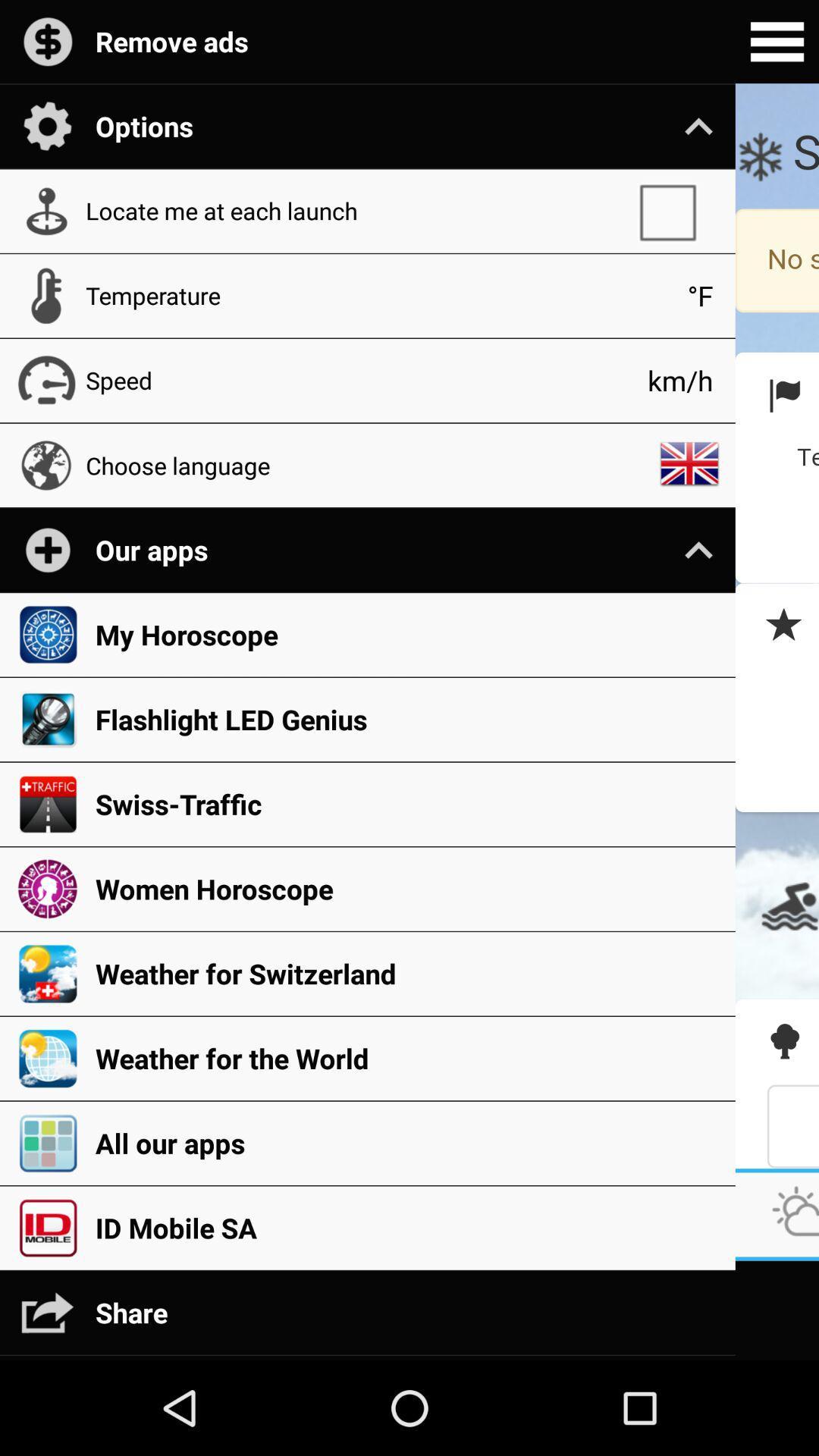  Describe the element at coordinates (406, 1312) in the screenshot. I see `the share app` at that location.